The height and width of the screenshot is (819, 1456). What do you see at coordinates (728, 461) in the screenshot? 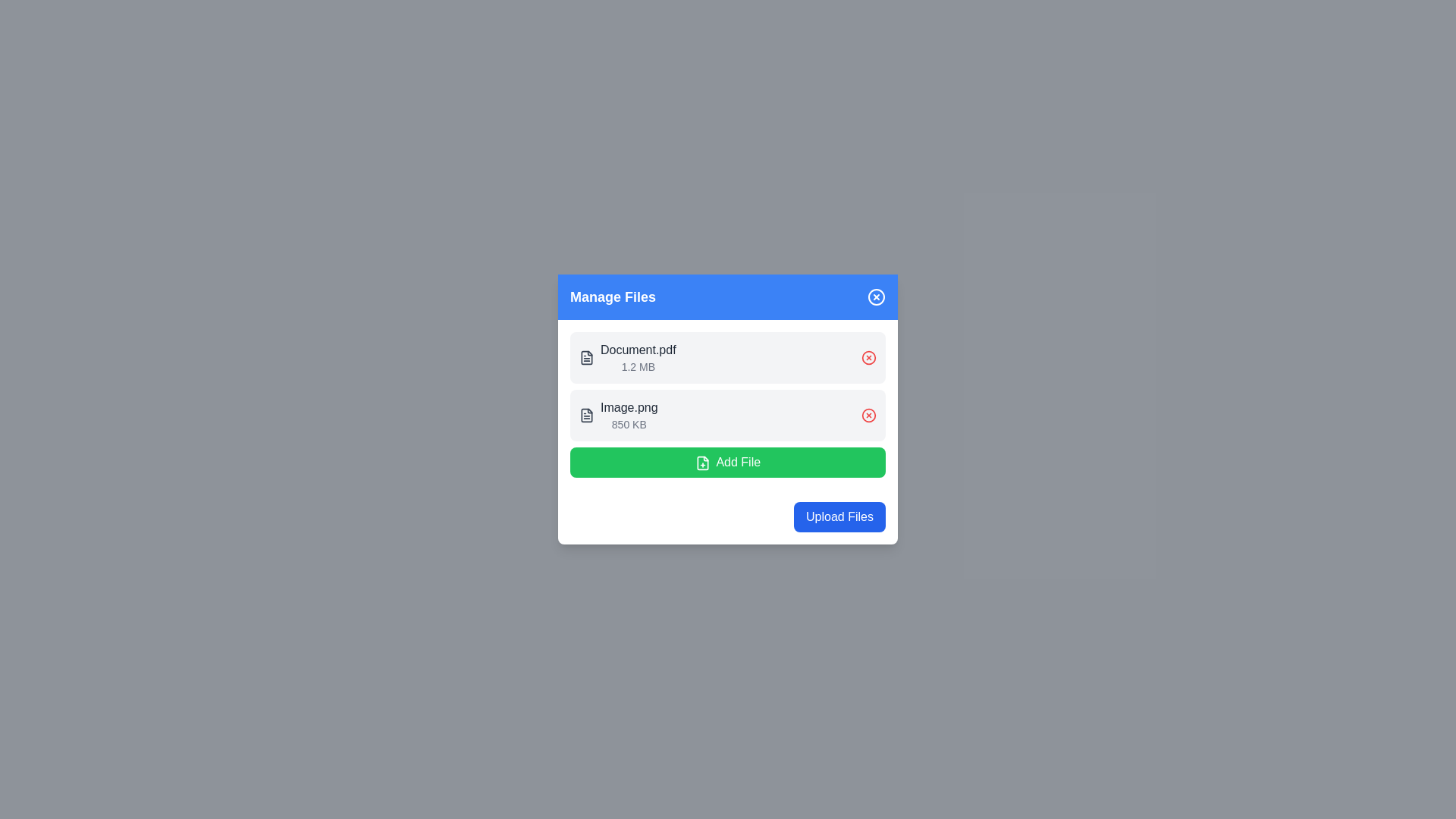
I see `the 'Add New File' button located below the list of files in the 'Manage Files' modal box` at bounding box center [728, 461].